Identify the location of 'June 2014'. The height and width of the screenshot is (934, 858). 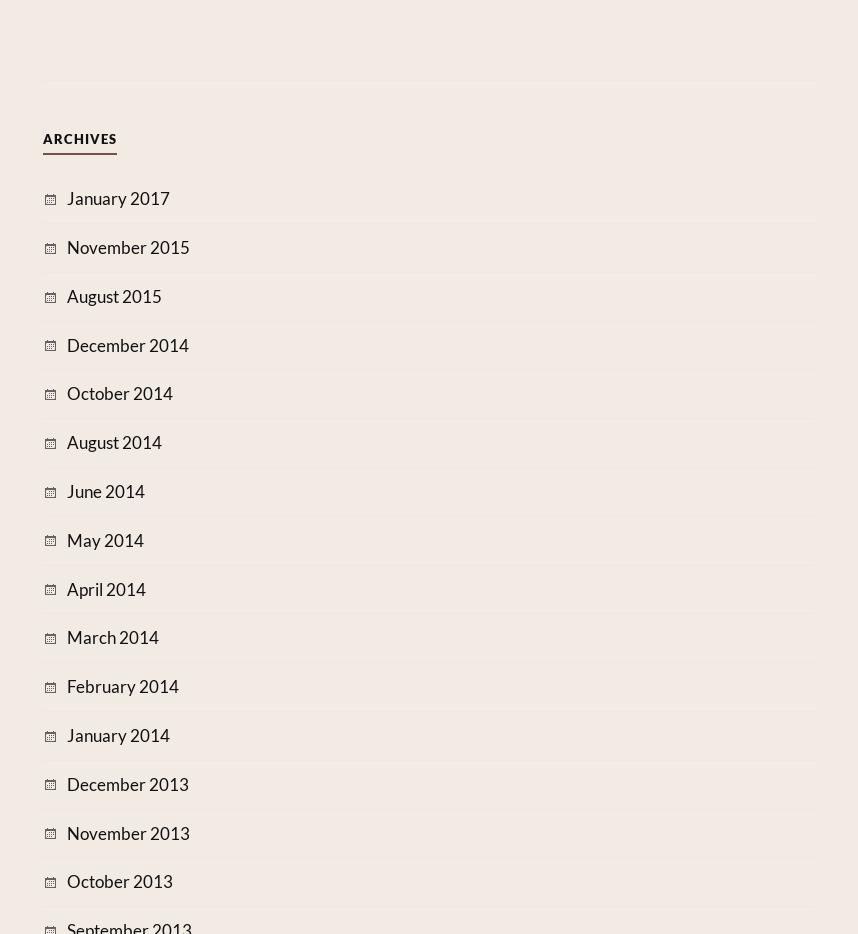
(105, 490).